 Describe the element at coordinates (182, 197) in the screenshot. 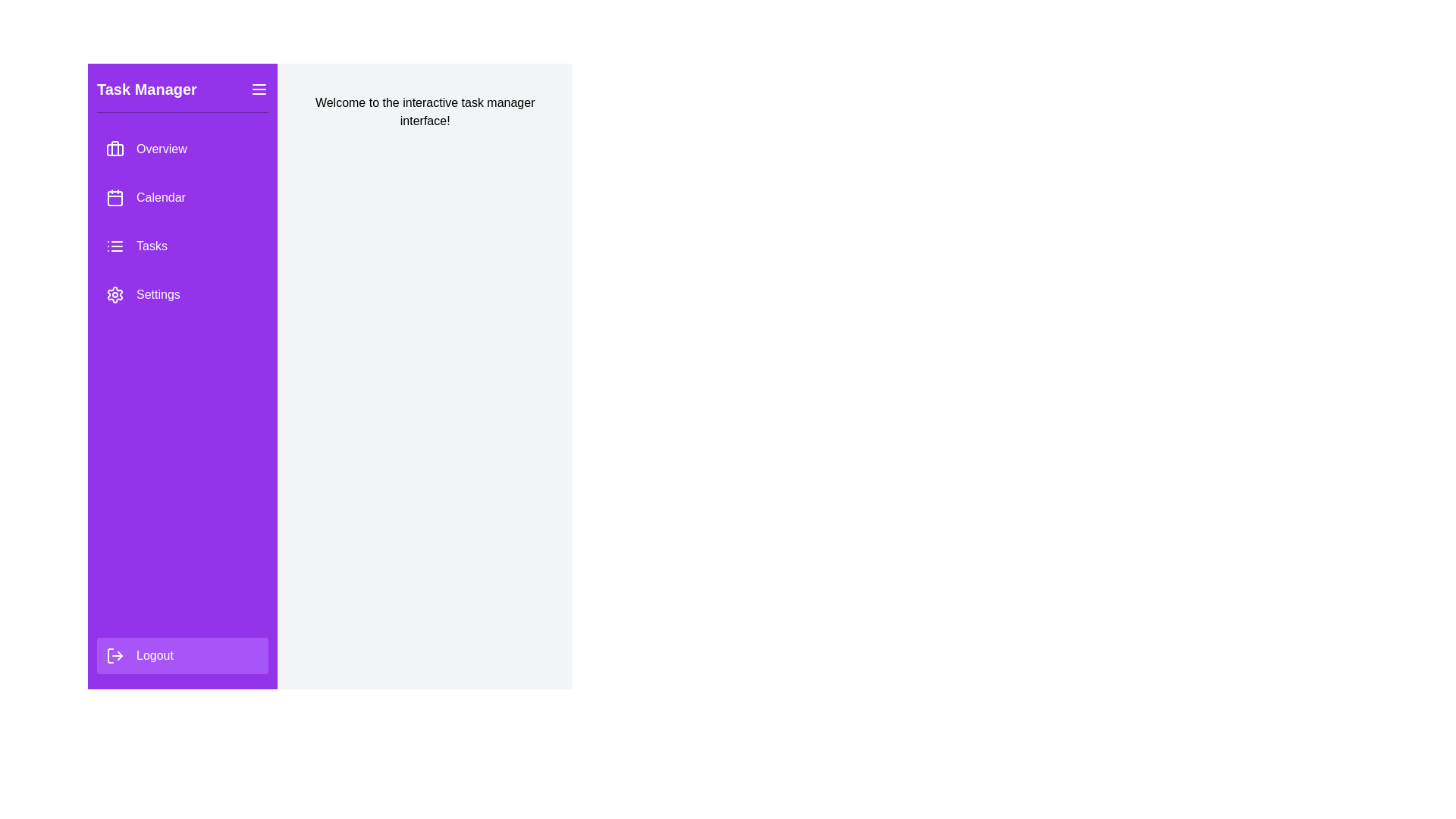

I see `the menu option Calendar from the Task Management Drawer` at that location.